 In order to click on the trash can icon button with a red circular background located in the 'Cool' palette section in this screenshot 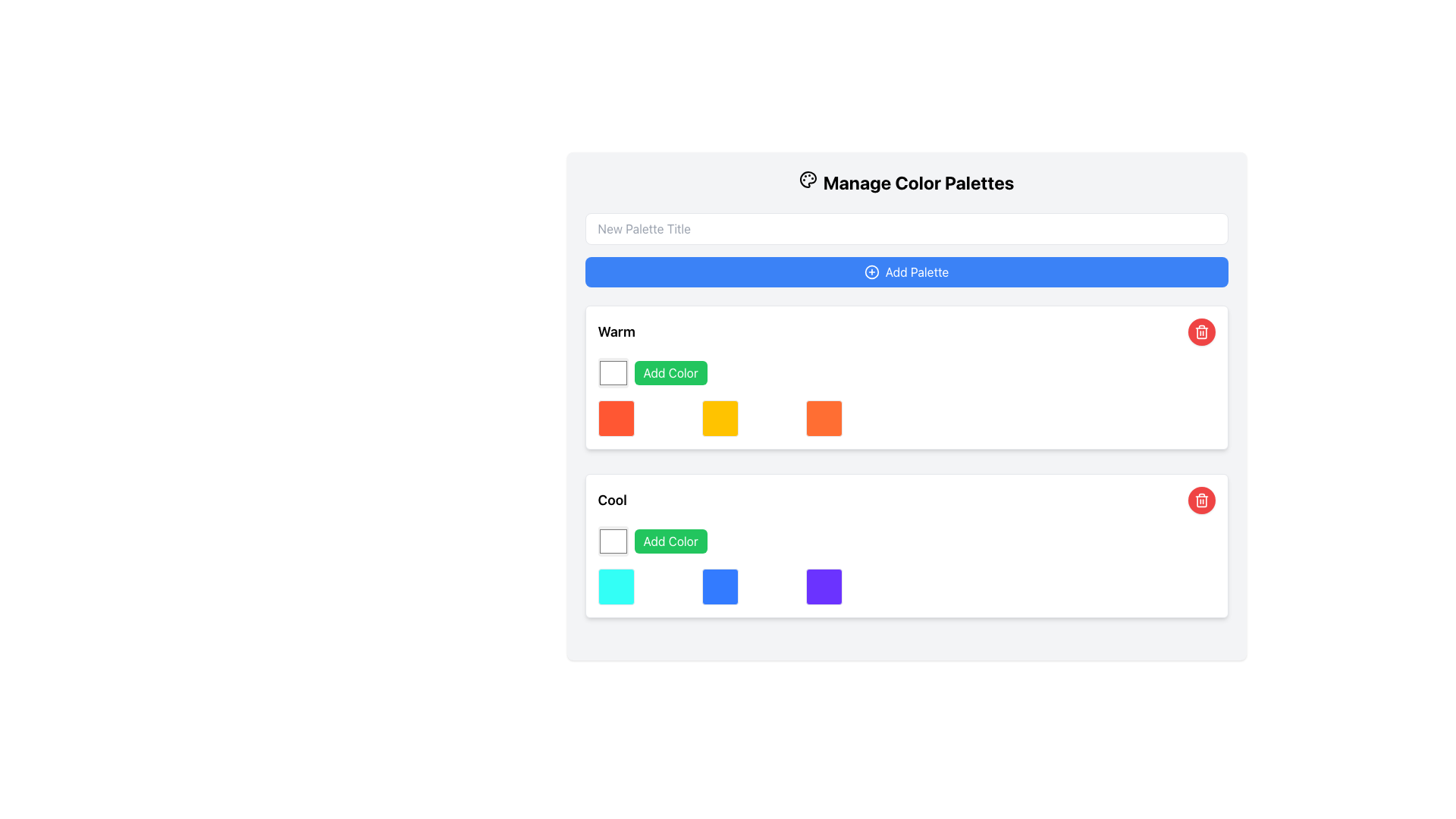, I will do `click(1200, 331)`.